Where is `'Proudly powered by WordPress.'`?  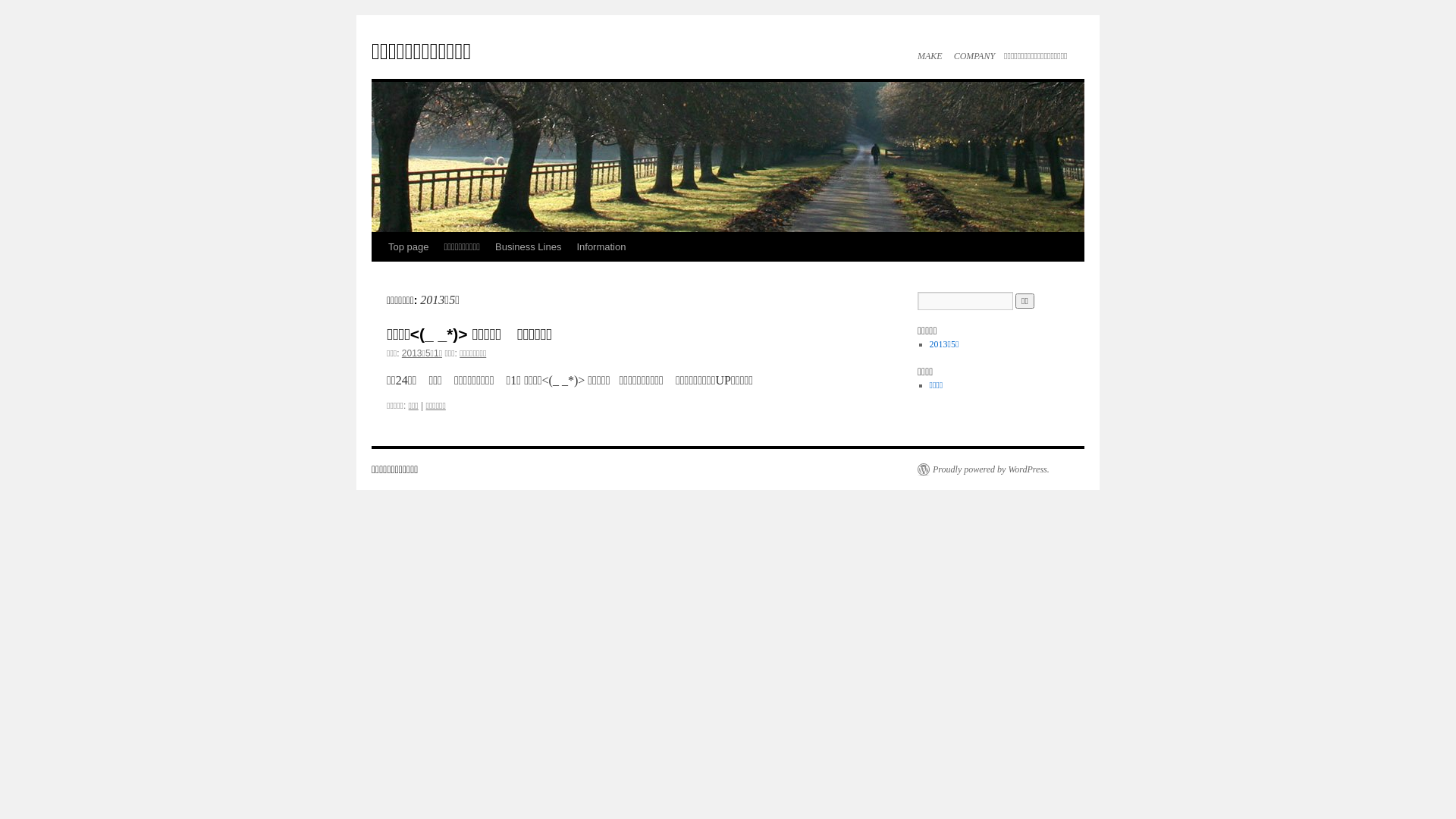 'Proudly powered by WordPress.' is located at coordinates (983, 468).